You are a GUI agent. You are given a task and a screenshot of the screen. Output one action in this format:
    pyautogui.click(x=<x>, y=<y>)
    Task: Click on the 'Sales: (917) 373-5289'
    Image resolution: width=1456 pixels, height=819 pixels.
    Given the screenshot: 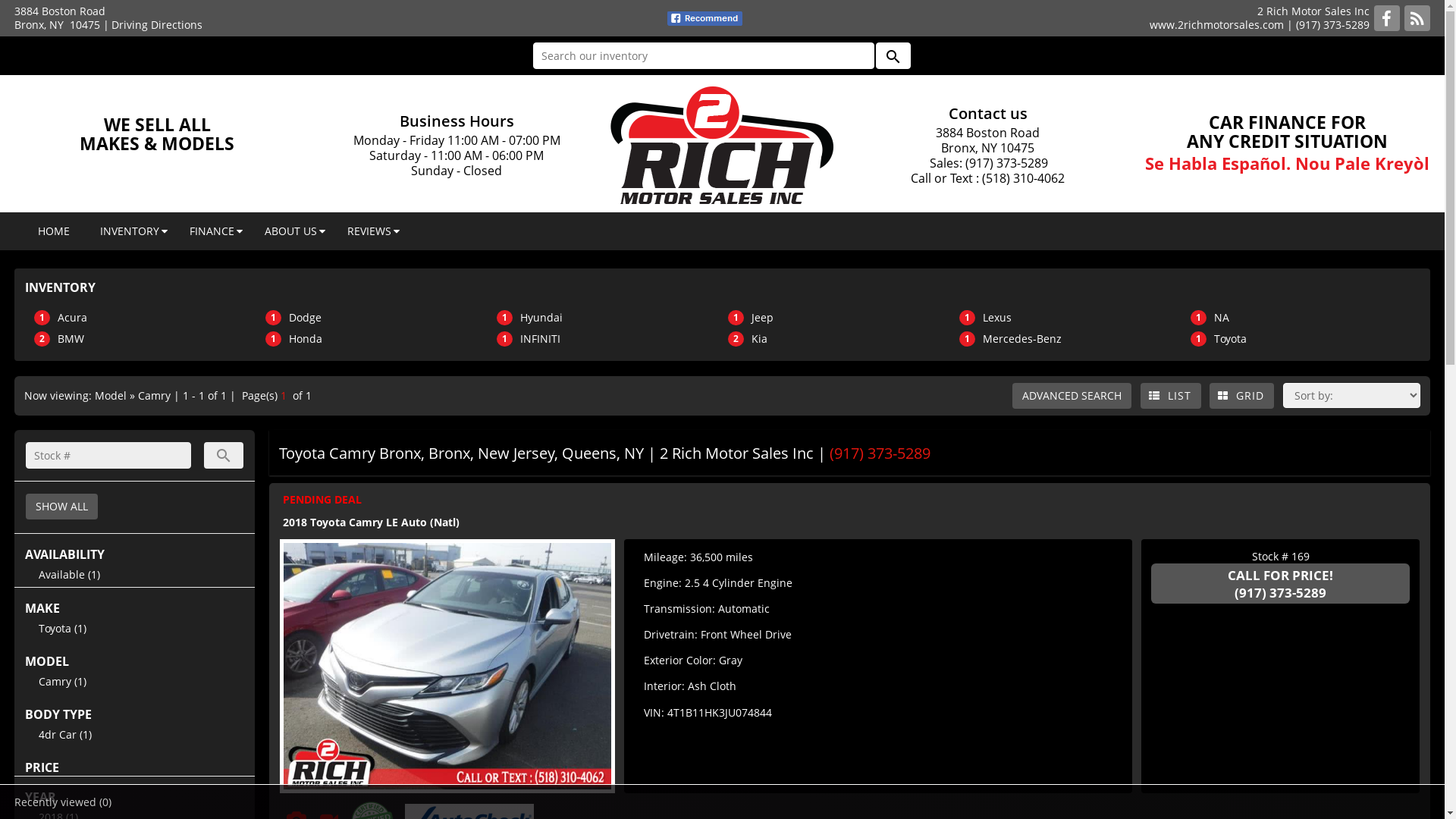 What is the action you would take?
    pyautogui.click(x=987, y=163)
    